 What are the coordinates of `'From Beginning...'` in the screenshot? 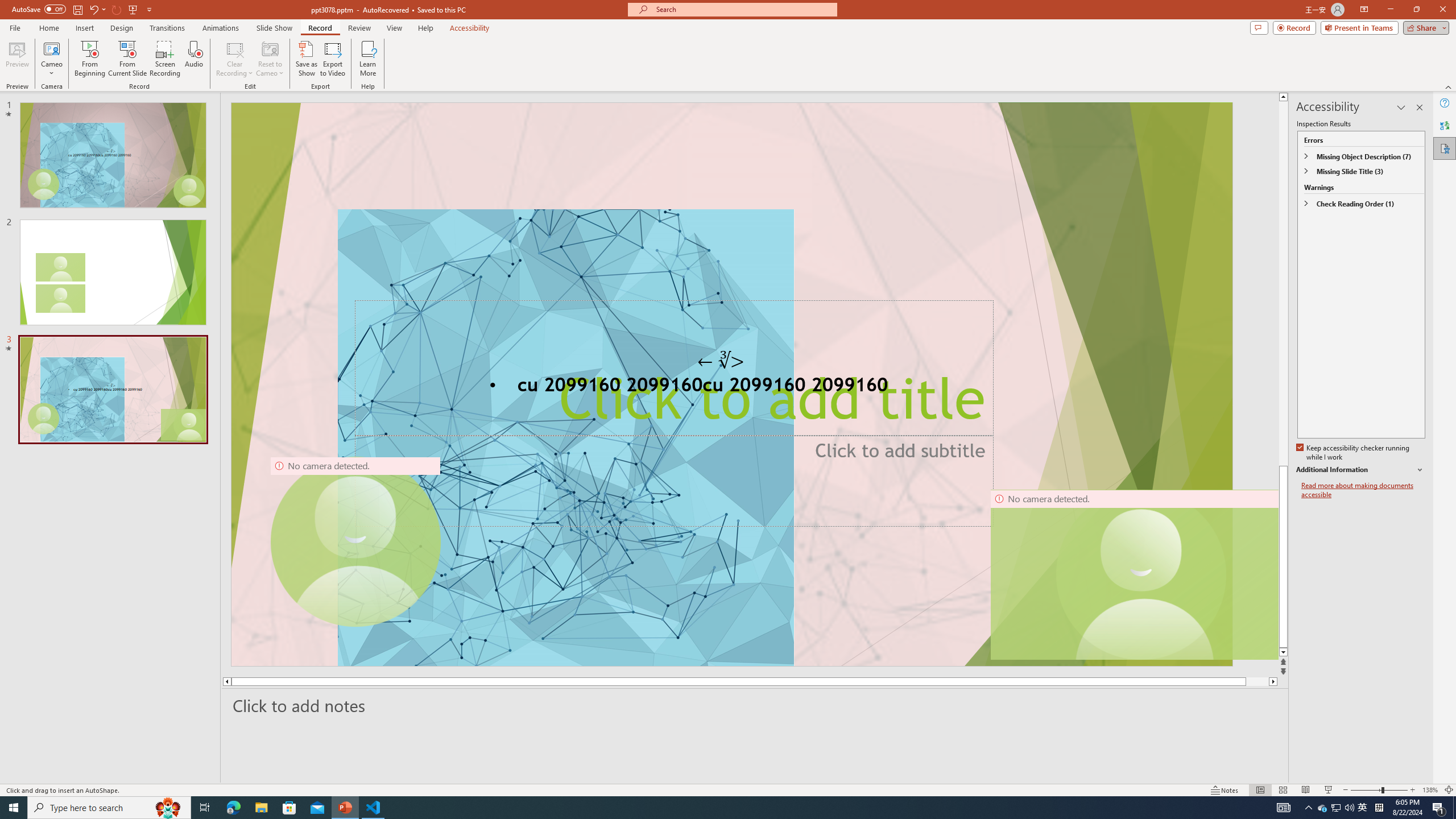 It's located at (89, 59).